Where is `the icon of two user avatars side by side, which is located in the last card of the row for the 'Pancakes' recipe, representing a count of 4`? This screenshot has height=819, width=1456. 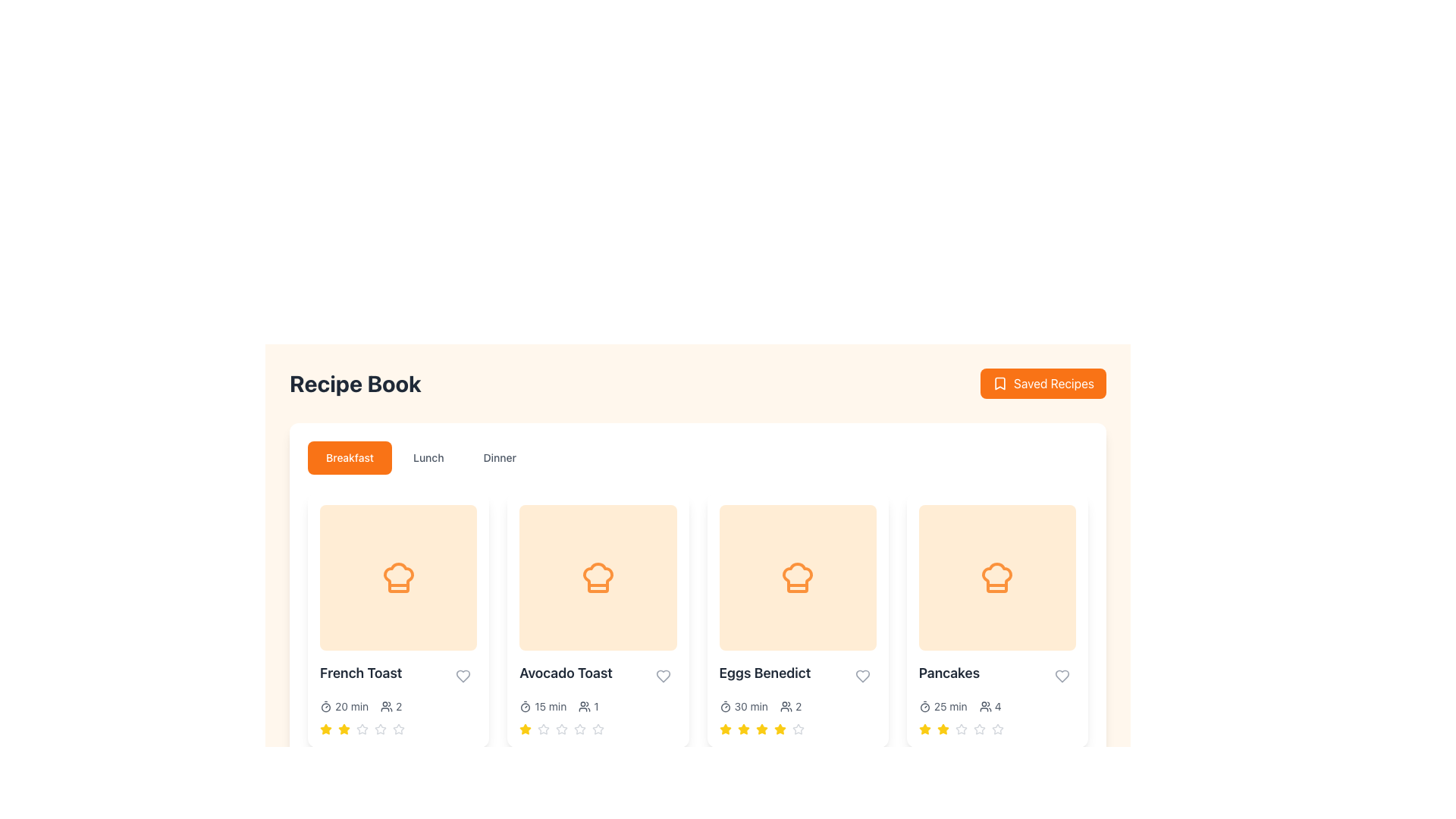
the icon of two user avatars side by side, which is located in the last card of the row for the 'Pancakes' recipe, representing a count of 4 is located at coordinates (985, 707).